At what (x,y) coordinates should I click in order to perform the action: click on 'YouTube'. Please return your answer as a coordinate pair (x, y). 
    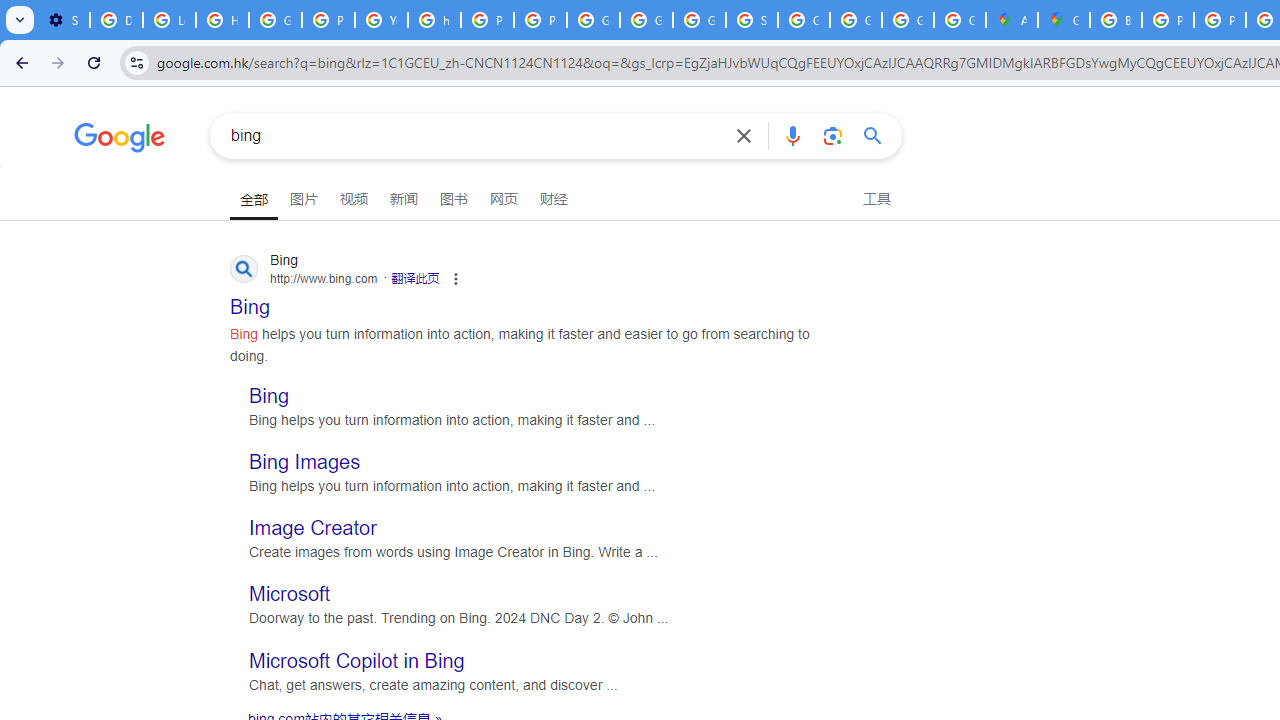
    Looking at the image, I should click on (381, 20).